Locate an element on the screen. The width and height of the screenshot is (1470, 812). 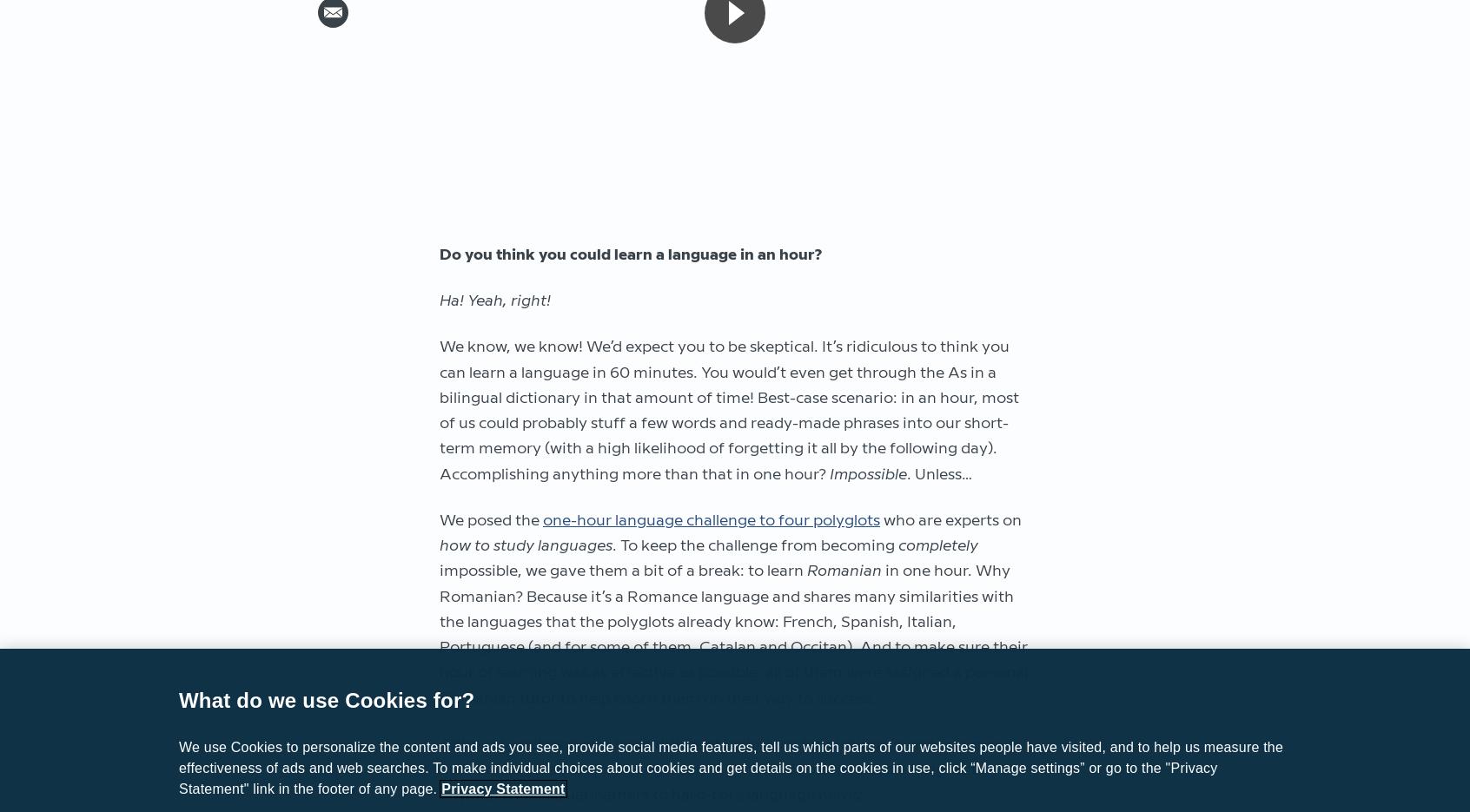
'Impossible' is located at coordinates (867, 472).